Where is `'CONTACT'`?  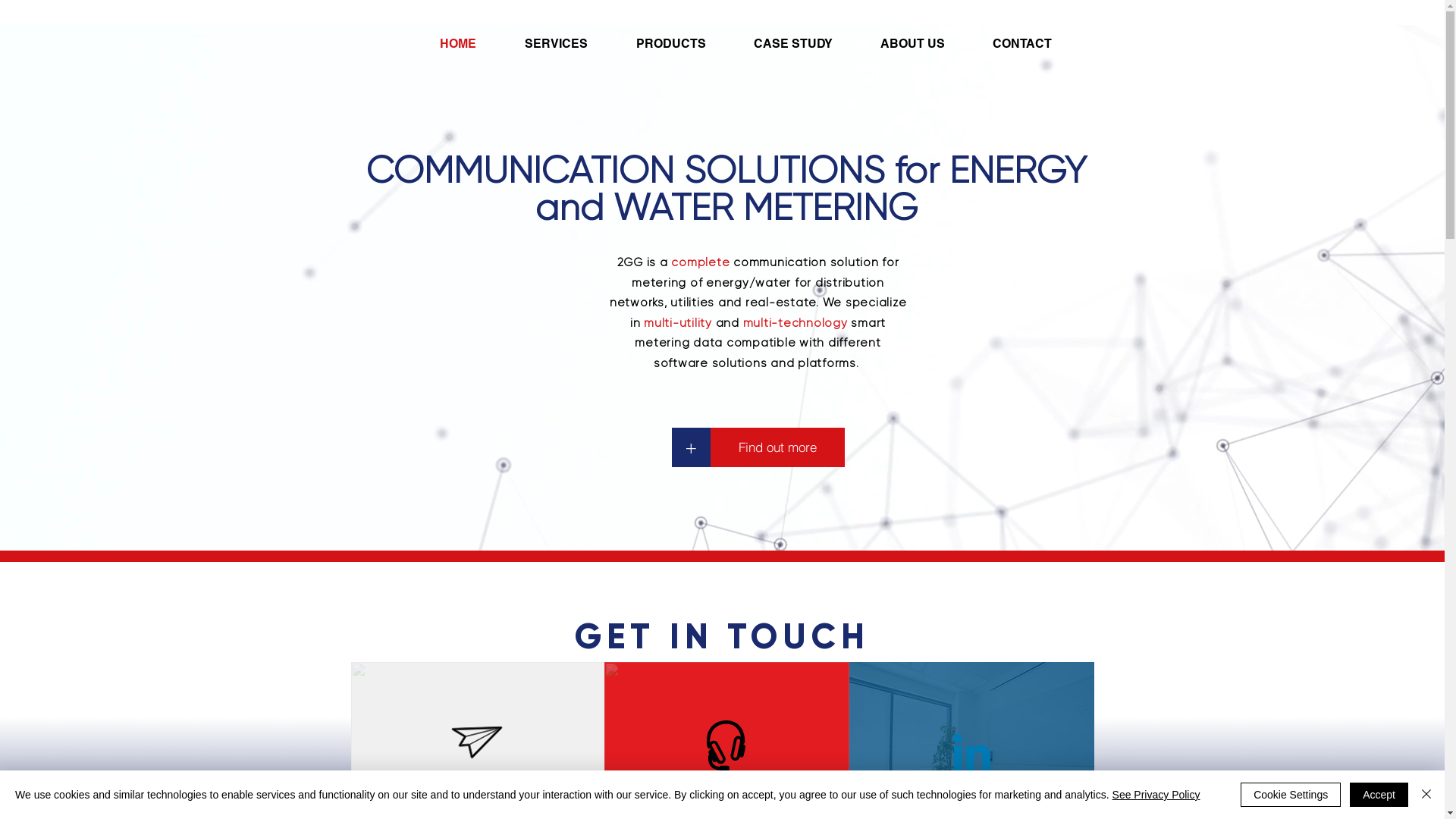 'CONTACT' is located at coordinates (981, 42).